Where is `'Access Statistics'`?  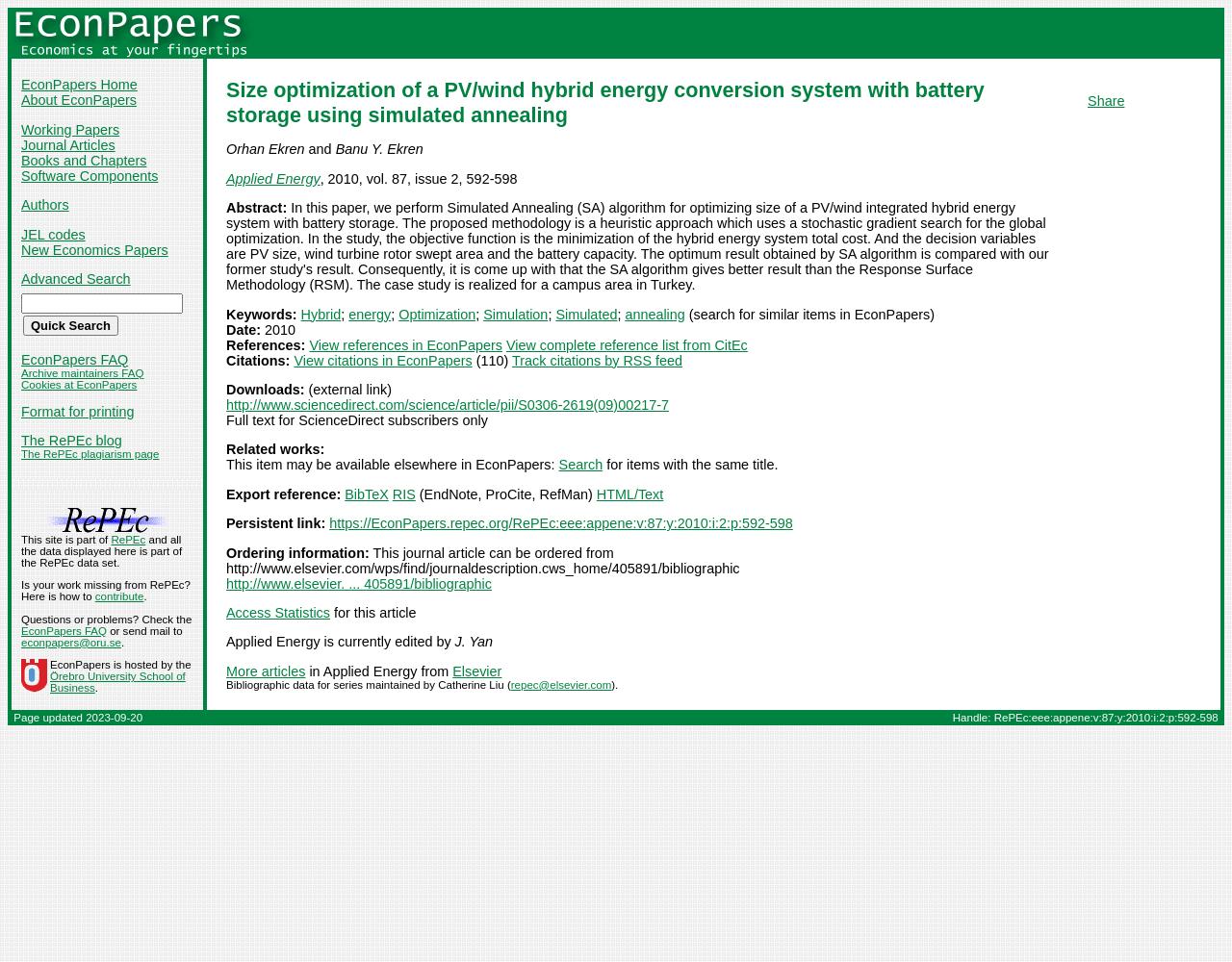 'Access Statistics' is located at coordinates (276, 612).